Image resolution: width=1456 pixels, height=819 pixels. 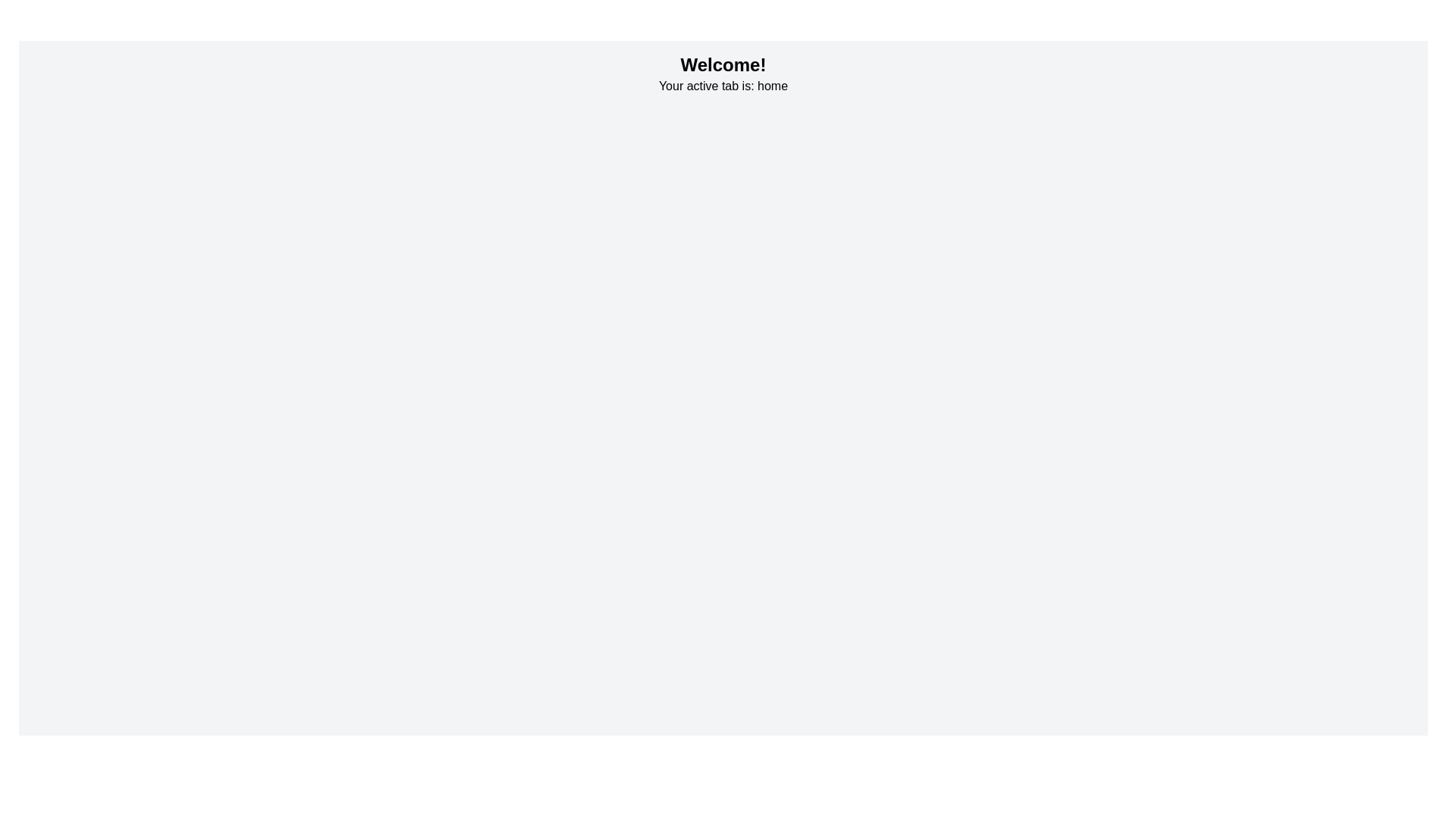 I want to click on the welcoming message text element located at the top of the interface, above the 'Your active tab is: home' text, so click(x=723, y=64).